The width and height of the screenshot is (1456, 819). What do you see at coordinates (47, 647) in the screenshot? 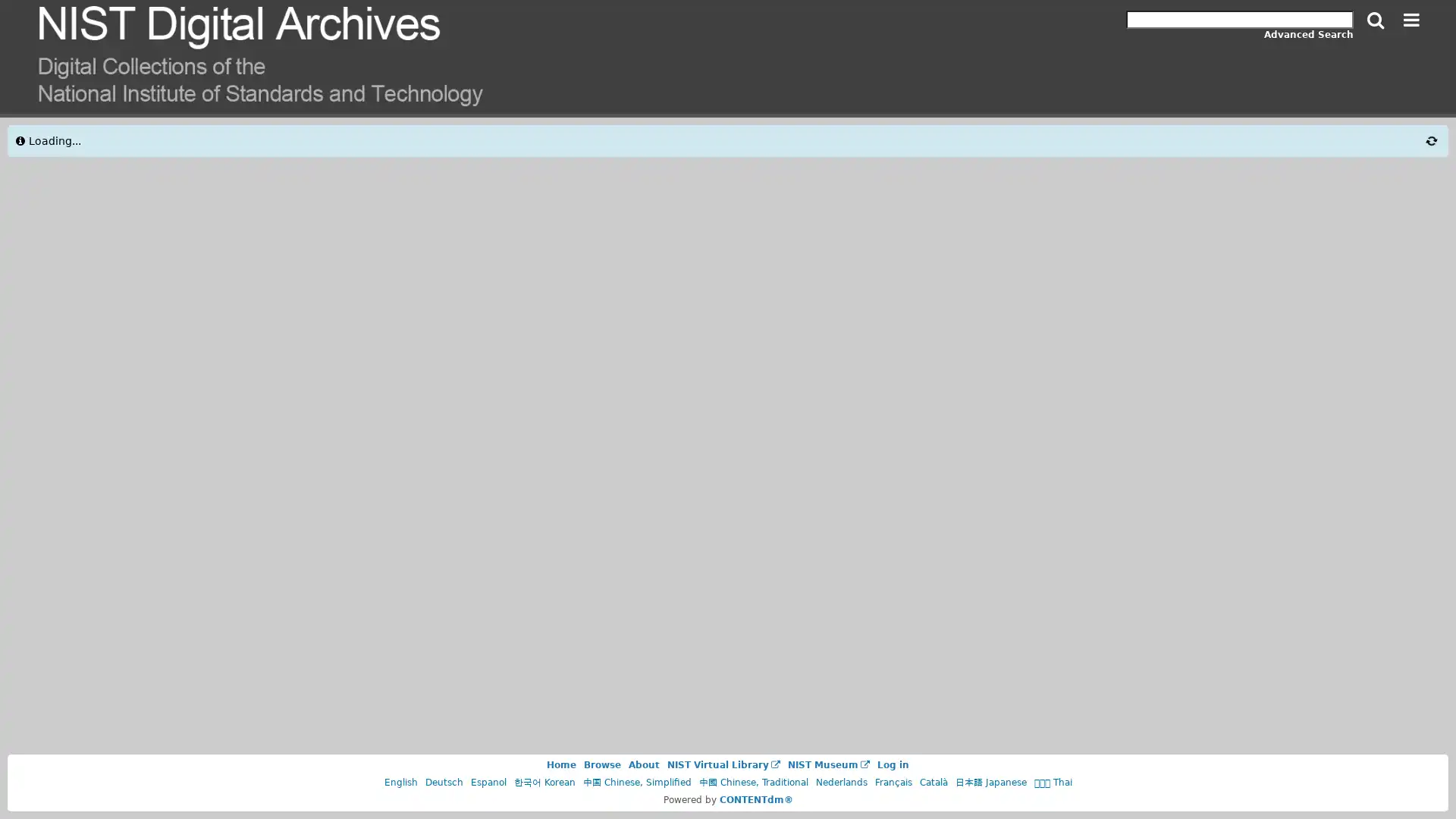
I see `close Subject Facet details` at bounding box center [47, 647].